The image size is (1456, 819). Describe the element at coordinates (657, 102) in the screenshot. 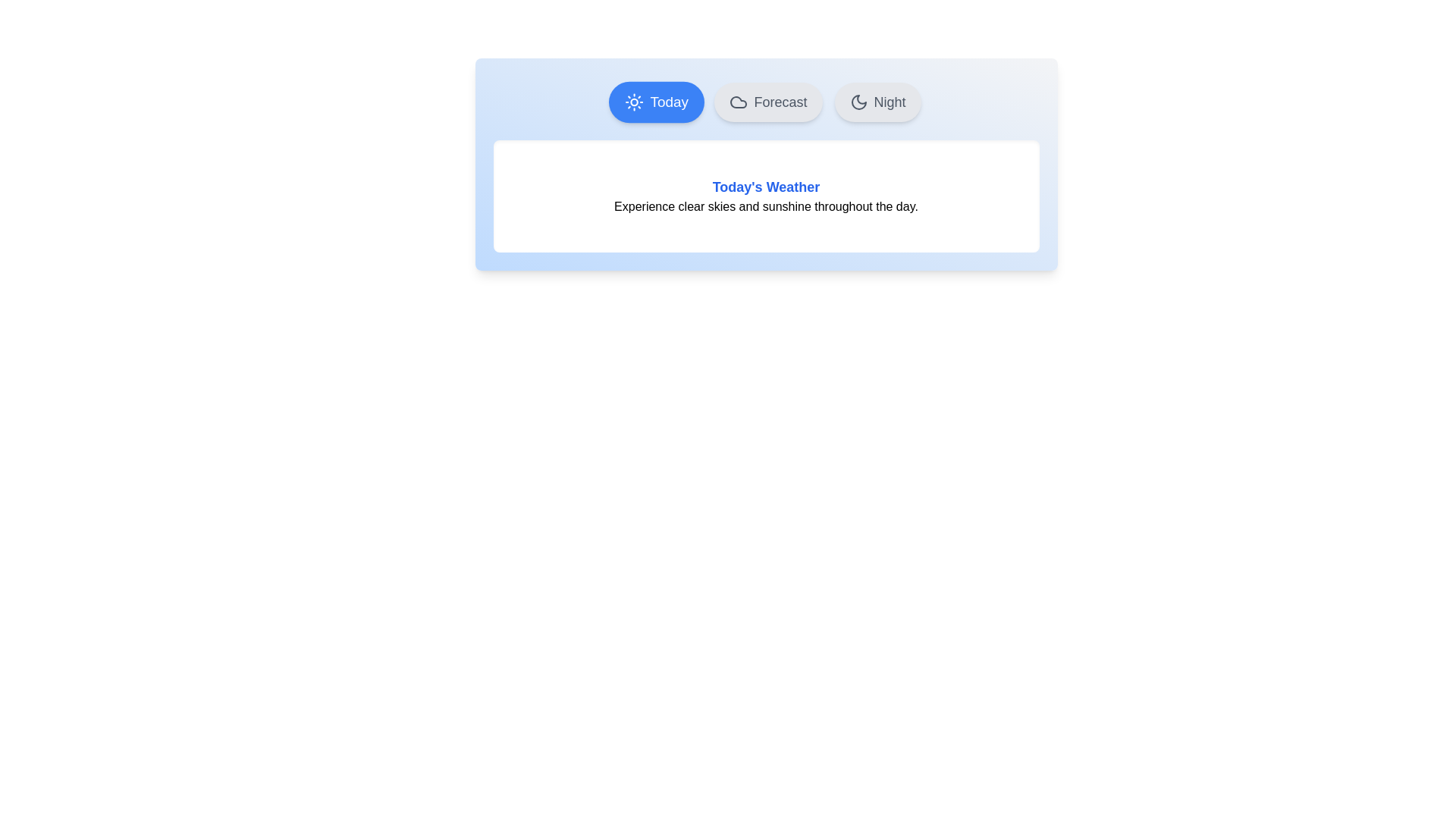

I see `the Today tab by clicking on it` at that location.